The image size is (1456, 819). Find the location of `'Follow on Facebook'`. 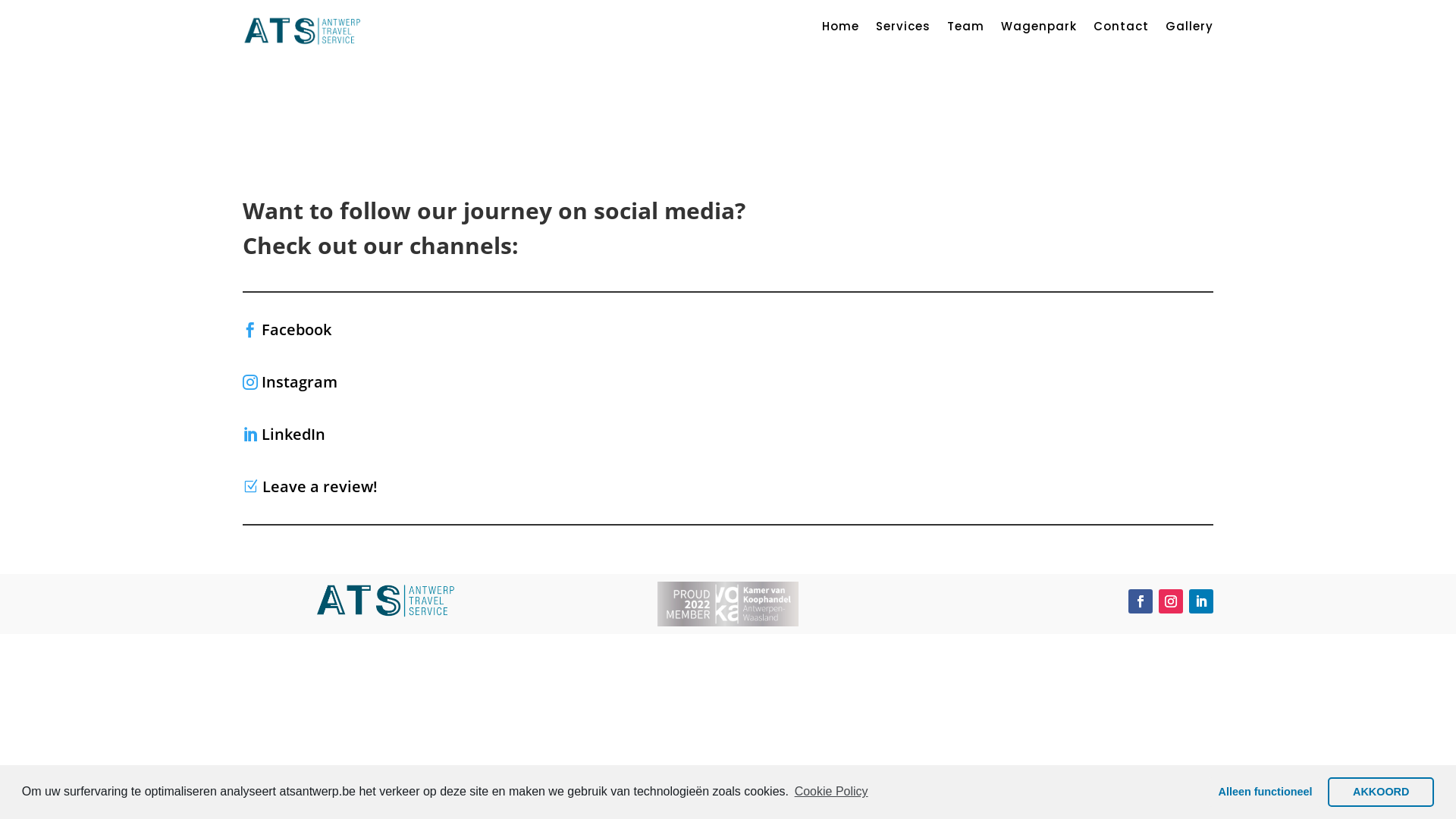

'Follow on Facebook' is located at coordinates (1140, 601).